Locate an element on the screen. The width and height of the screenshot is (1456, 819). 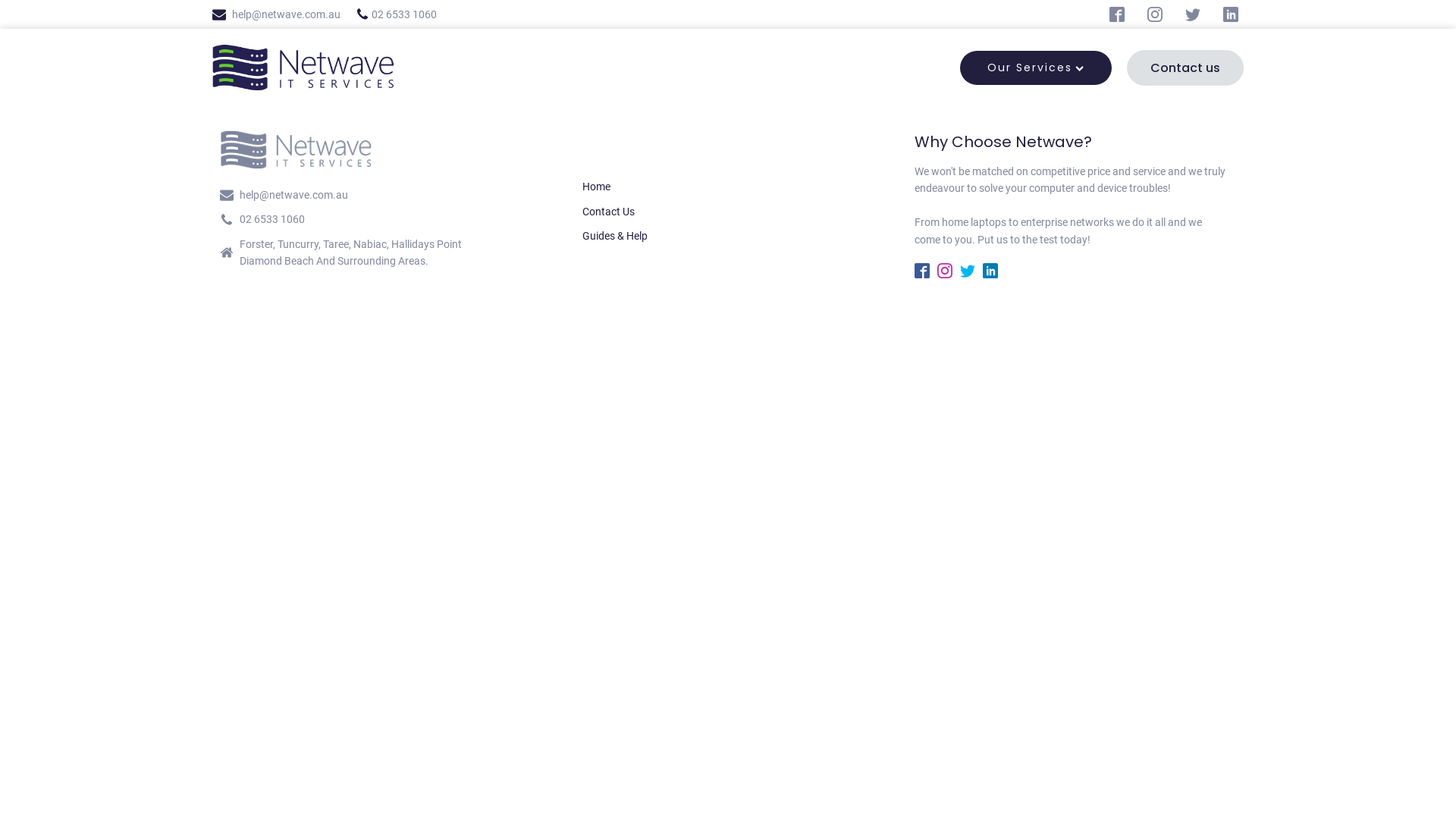
'Home' is located at coordinates (615, 186).